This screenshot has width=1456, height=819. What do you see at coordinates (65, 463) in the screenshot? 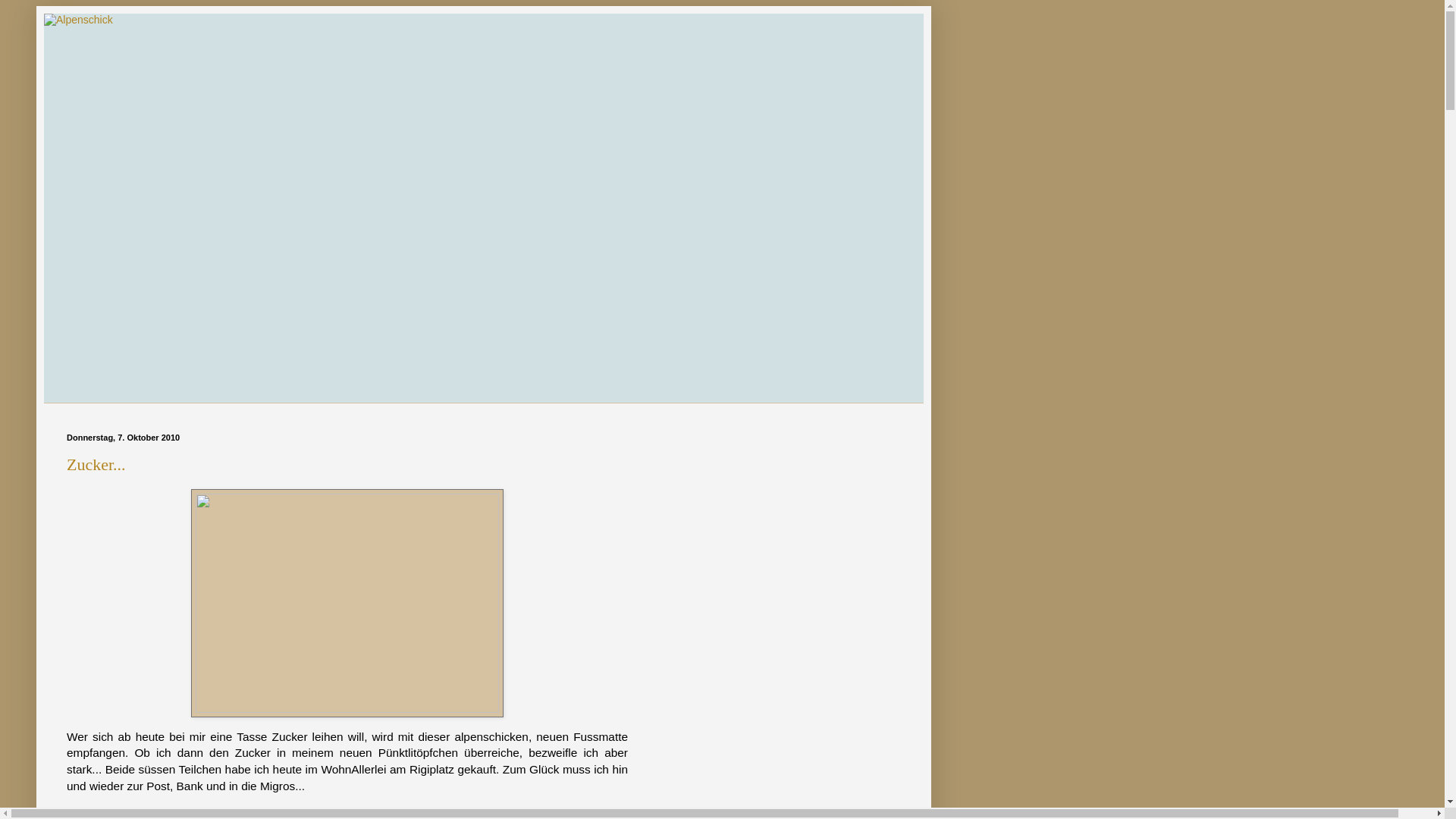
I see `'Zucker...'` at bounding box center [65, 463].